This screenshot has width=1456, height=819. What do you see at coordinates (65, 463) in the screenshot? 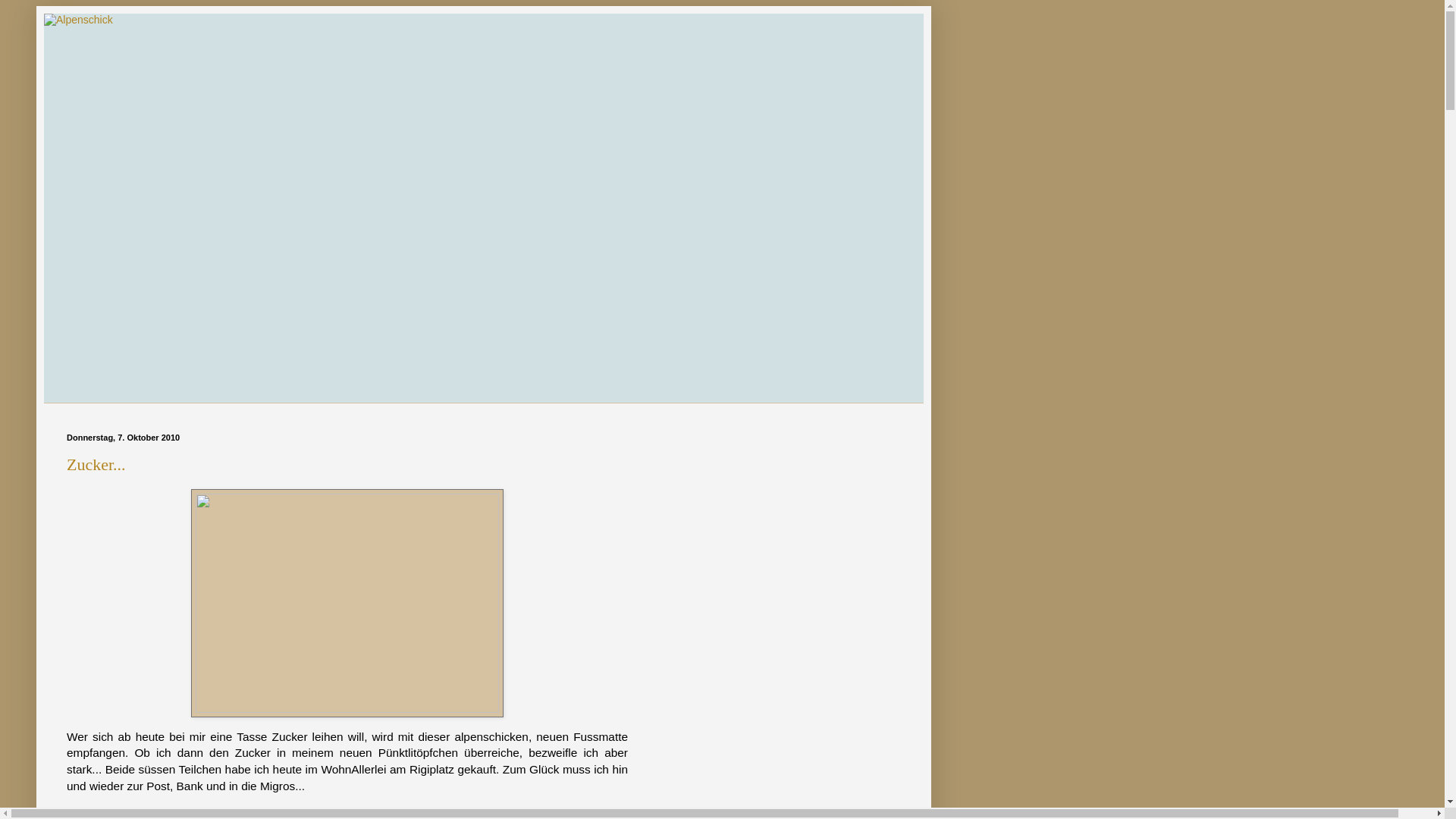
I see `'Zucker...'` at bounding box center [65, 463].